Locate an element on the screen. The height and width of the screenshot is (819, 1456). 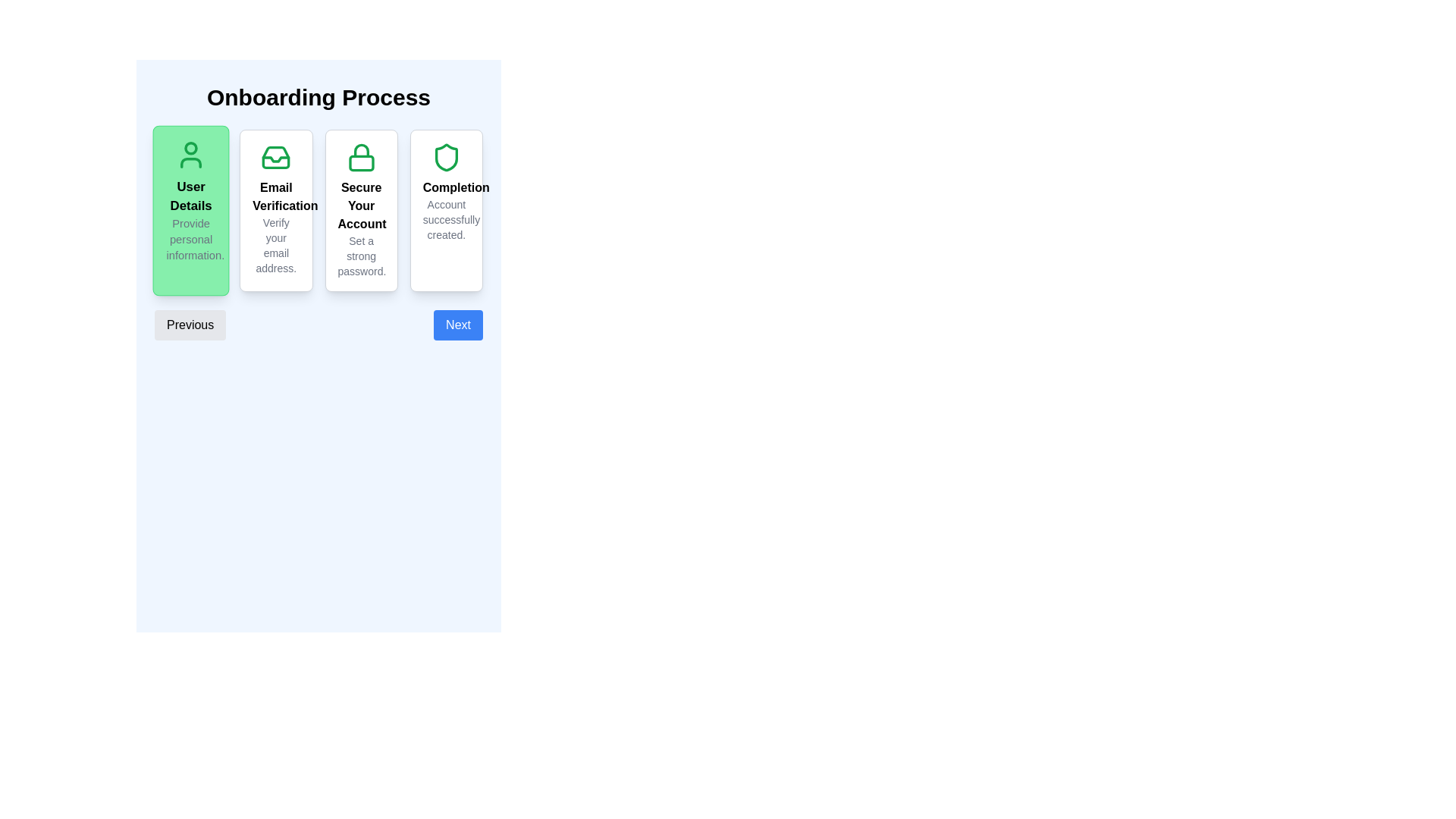
the graphical component of the user icon located within the green-highlighted 'User Details' navigation card in the onboarding process is located at coordinates (190, 163).